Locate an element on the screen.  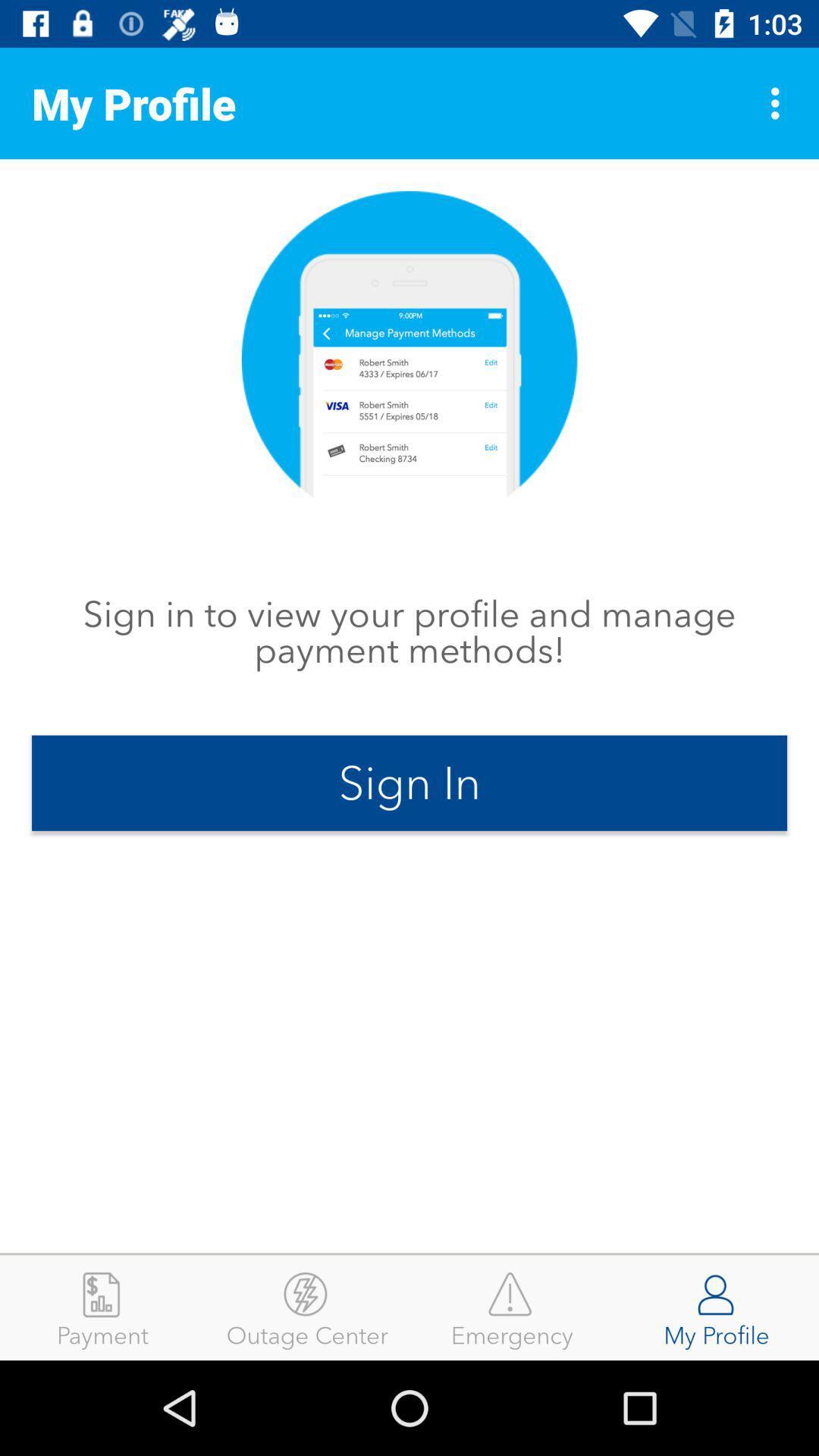
the emergency is located at coordinates (512, 1307).